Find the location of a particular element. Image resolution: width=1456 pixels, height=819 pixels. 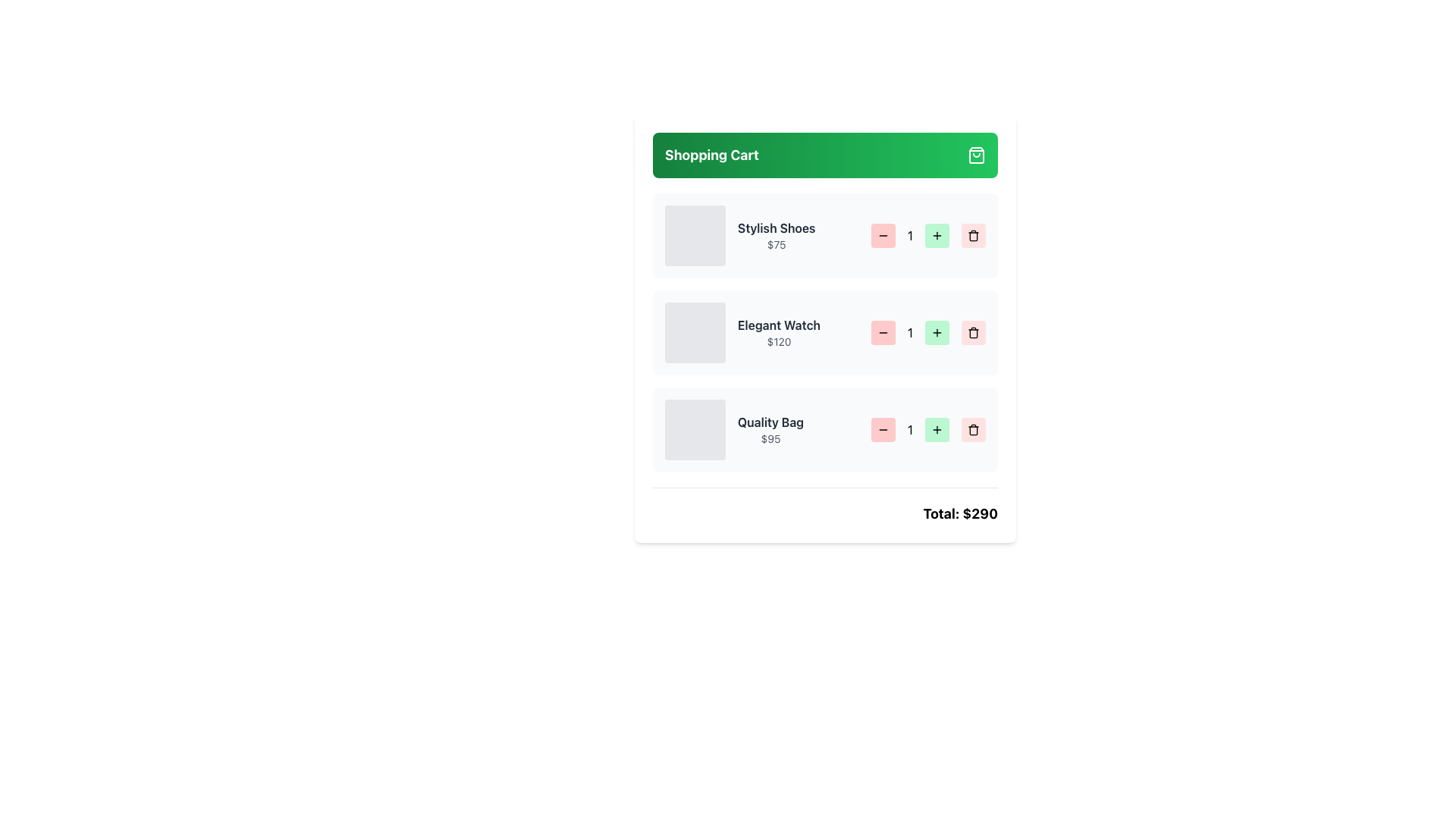

the minus icon within the button in the 'Quality Bag' section of the shopping cart interface, which has a light red background and is styled with a minimalistic stroke is located at coordinates (883, 430).